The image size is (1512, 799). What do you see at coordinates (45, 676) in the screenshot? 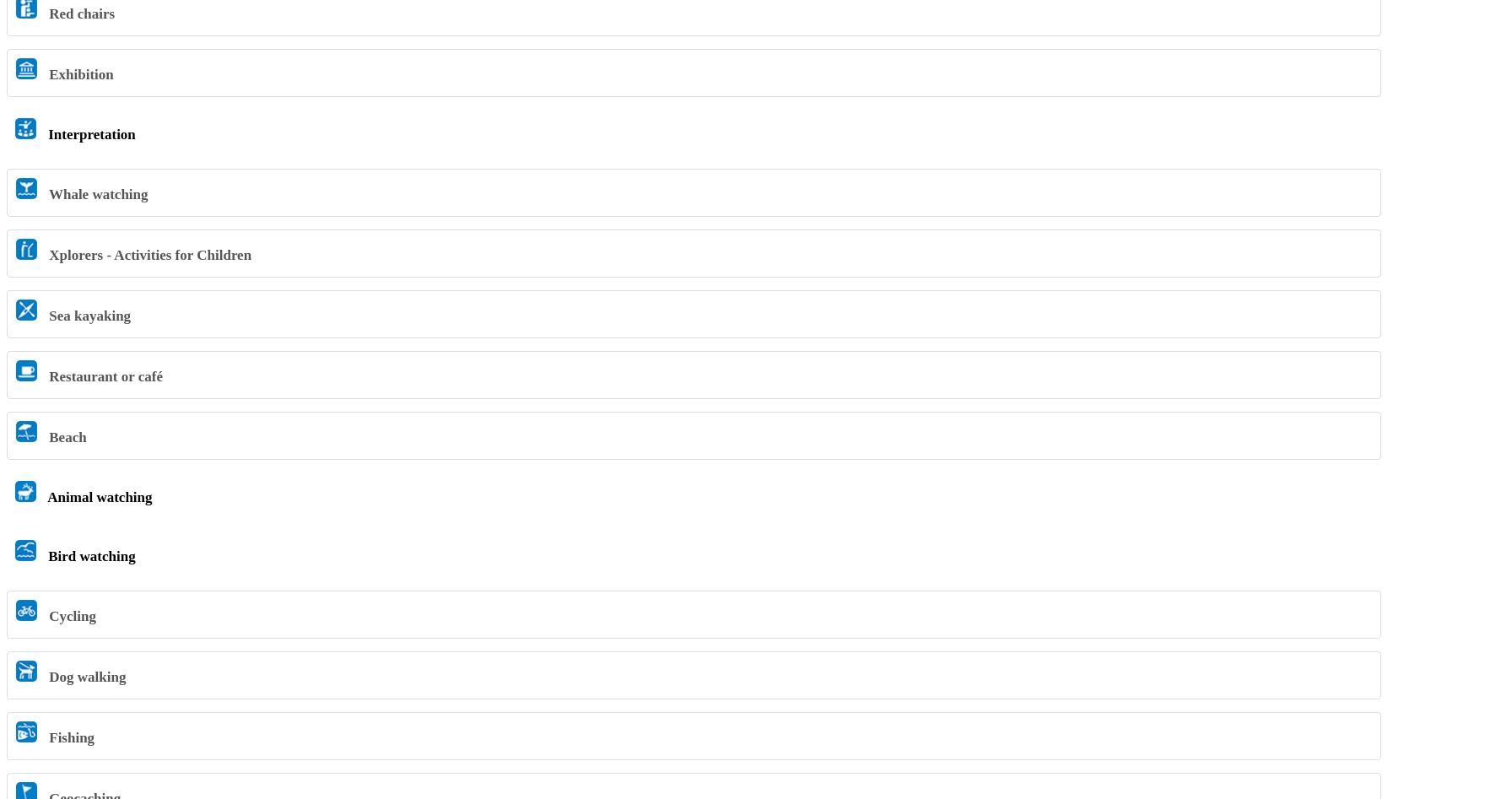
I see `'Dog walking'` at bounding box center [45, 676].